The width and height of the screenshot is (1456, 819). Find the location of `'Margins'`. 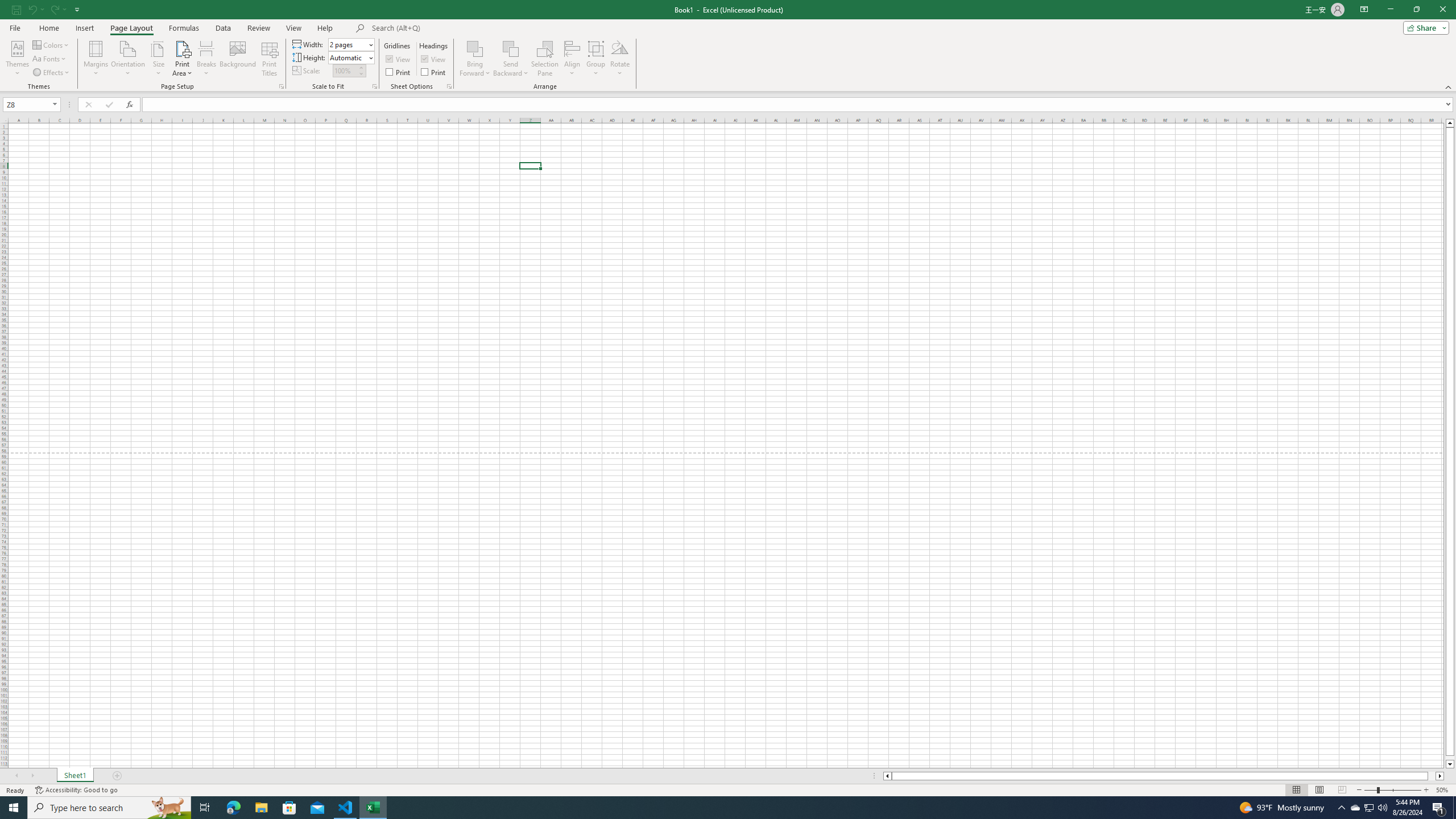

'Margins' is located at coordinates (95, 59).